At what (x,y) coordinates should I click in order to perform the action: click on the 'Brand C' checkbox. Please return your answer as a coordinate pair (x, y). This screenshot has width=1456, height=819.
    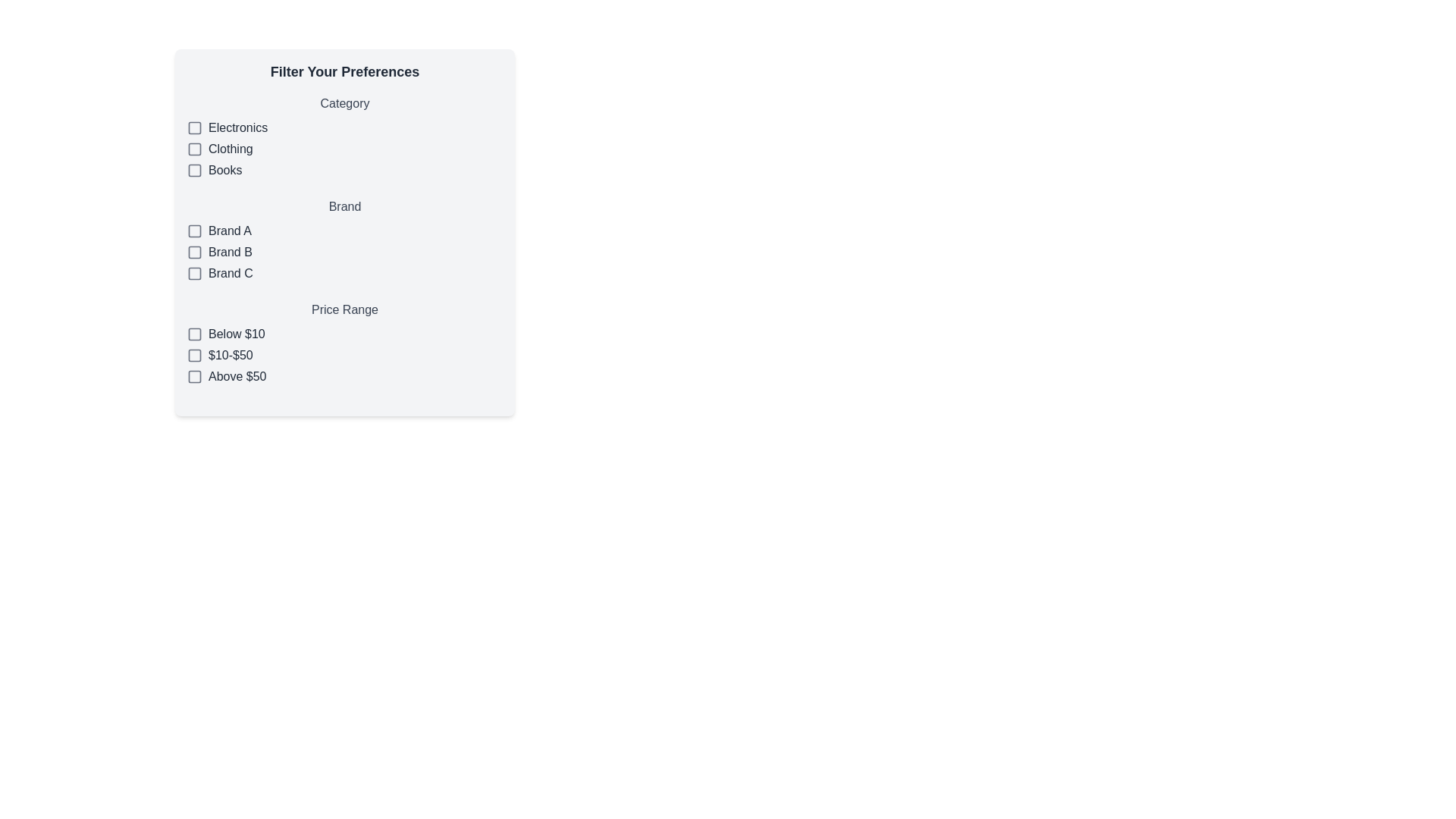
    Looking at the image, I should click on (194, 274).